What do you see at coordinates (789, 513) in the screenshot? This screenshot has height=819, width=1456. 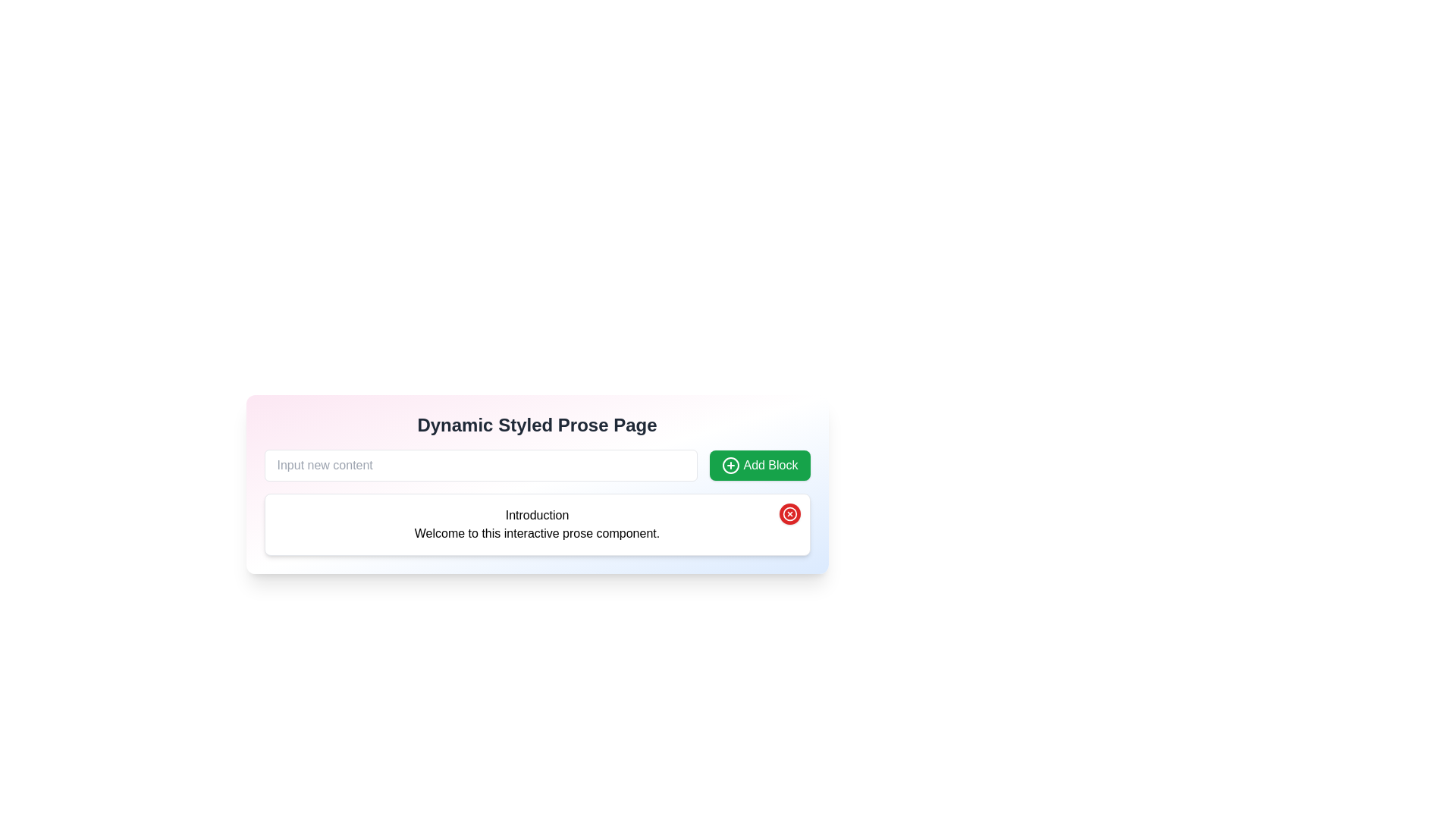 I see `the prominent red circular button located in the upper-right corner of the white box containing the text 'Introduction Welcome to this interactive prose component.'` at bounding box center [789, 513].